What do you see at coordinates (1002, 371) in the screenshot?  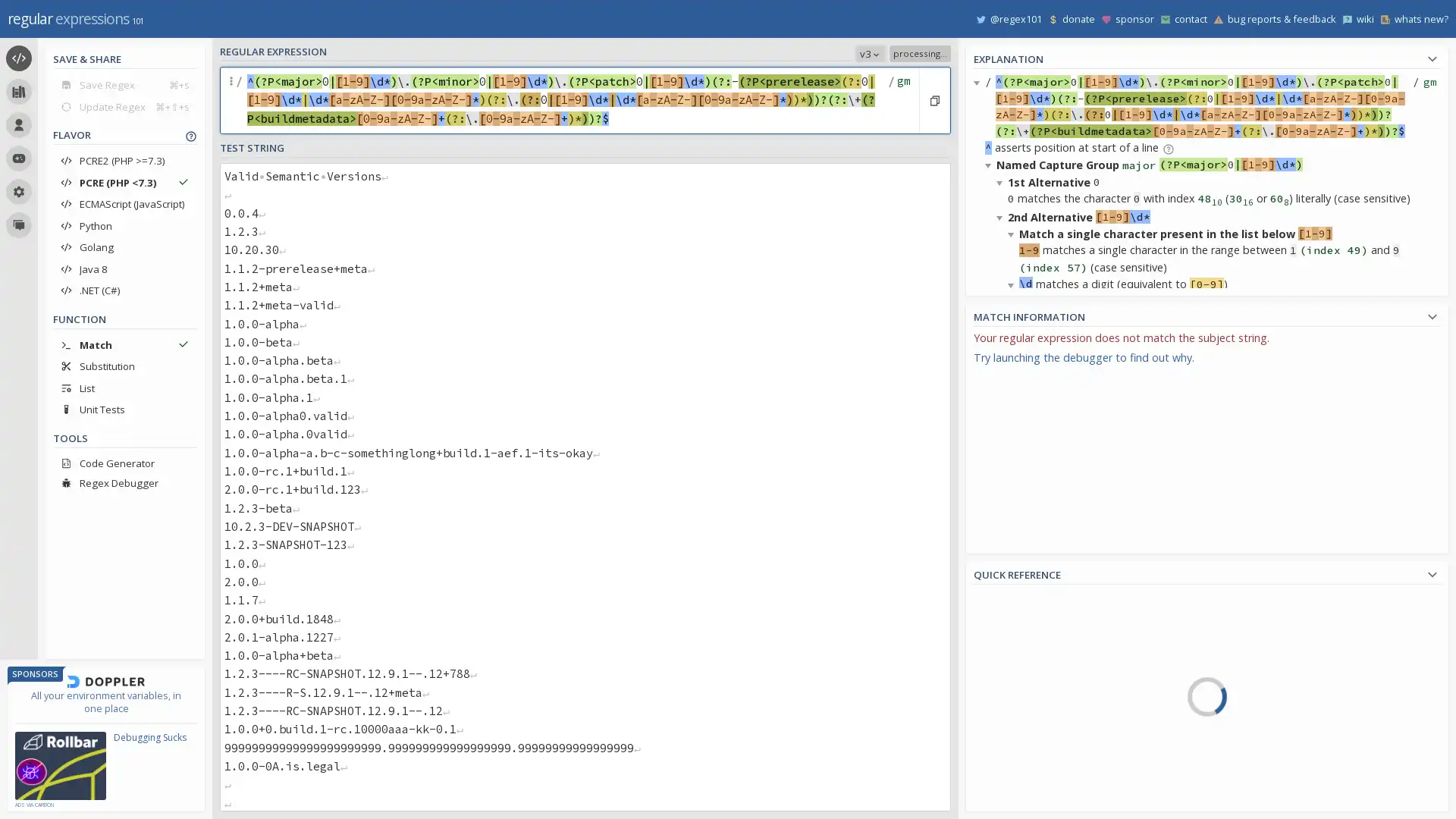 I see `Collapse Subtree` at bounding box center [1002, 371].